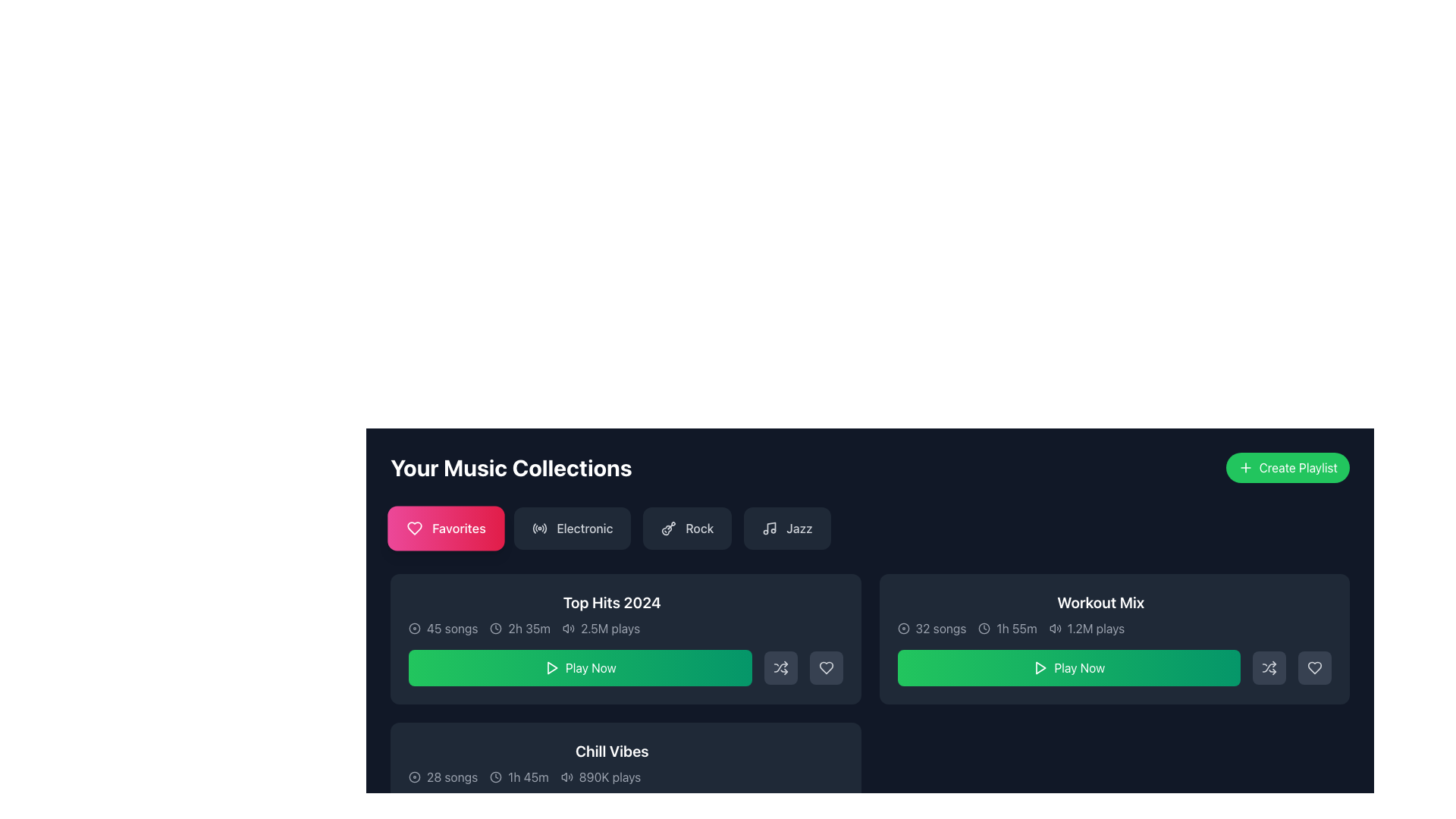  What do you see at coordinates (519, 777) in the screenshot?
I see `the informational label displaying '1h 45m' next to a clock icon in the 'Chill Vibes' section` at bounding box center [519, 777].